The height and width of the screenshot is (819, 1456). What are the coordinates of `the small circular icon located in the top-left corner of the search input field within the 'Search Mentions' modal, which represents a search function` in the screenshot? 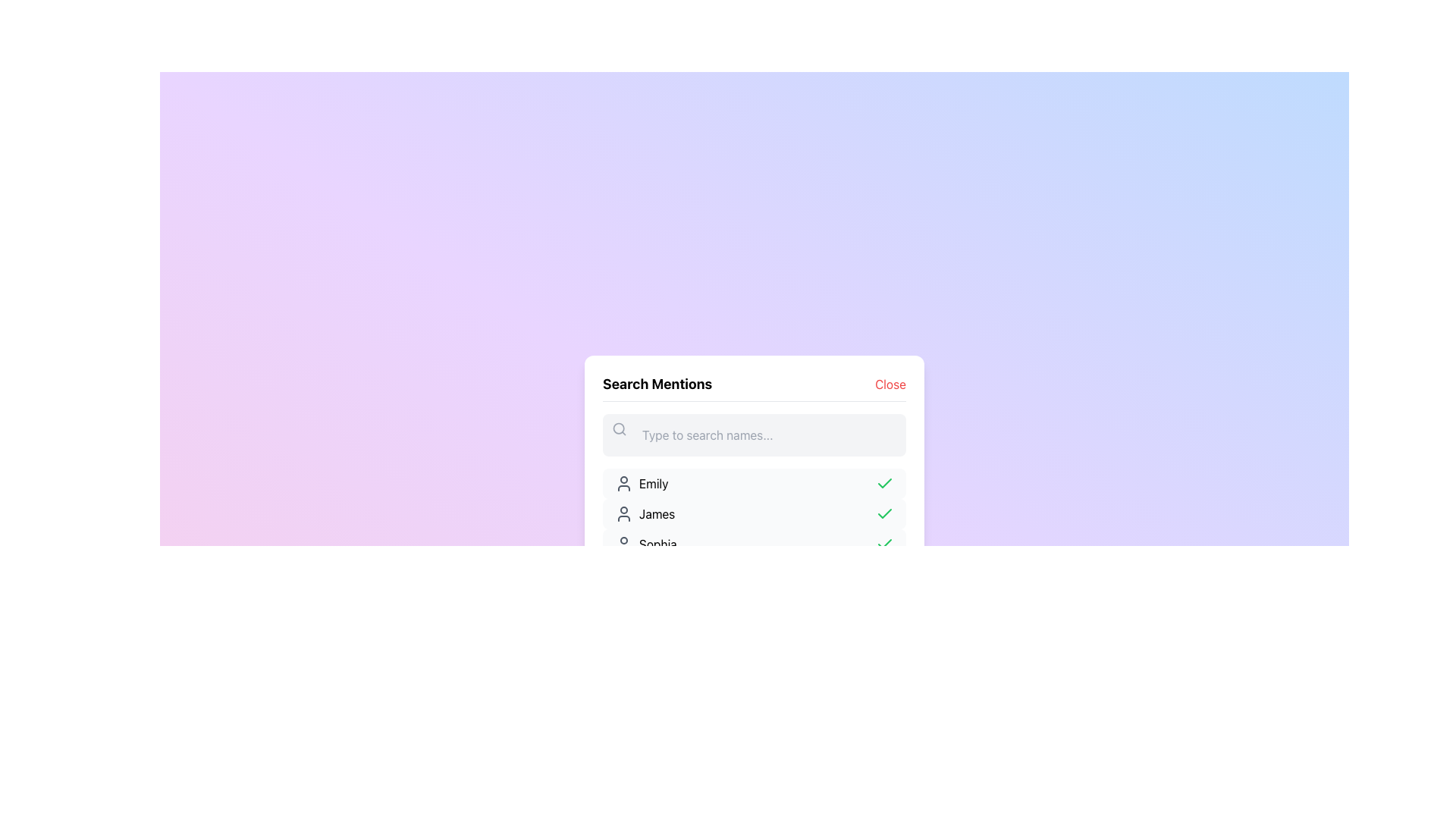 It's located at (619, 428).